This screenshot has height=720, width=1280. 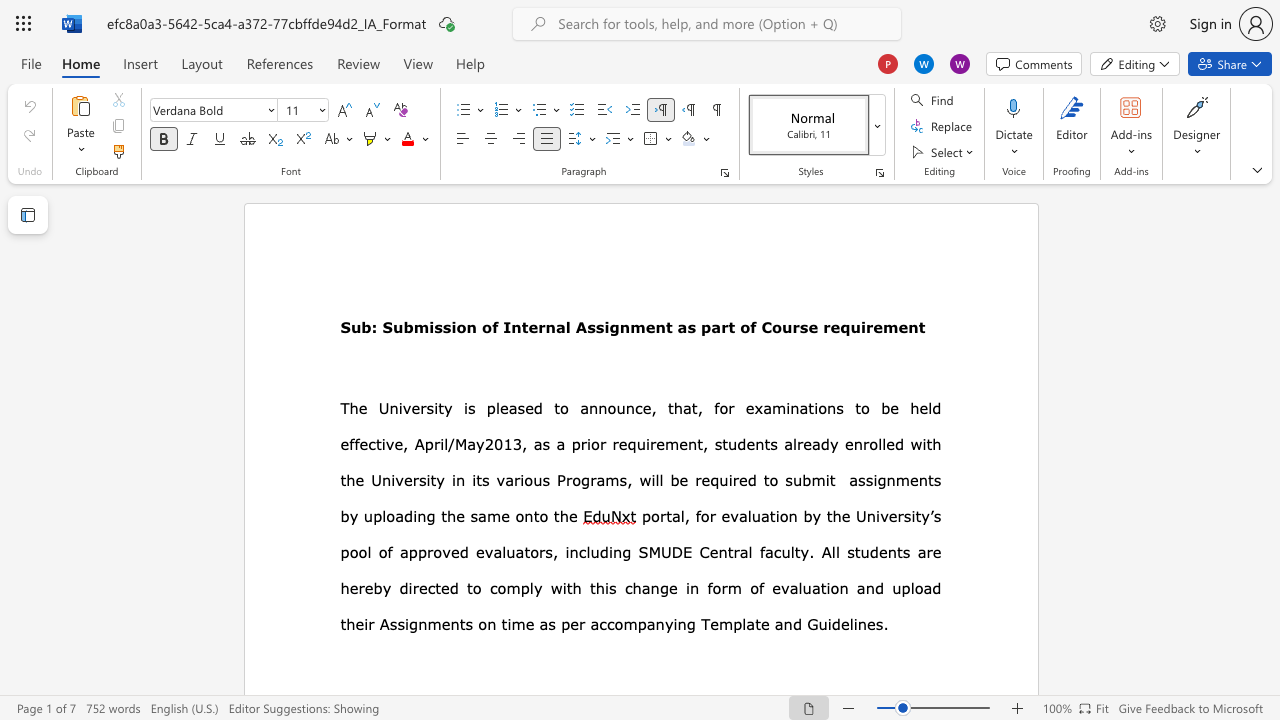 I want to click on the 1th character "a" in the text, so click(x=560, y=326).